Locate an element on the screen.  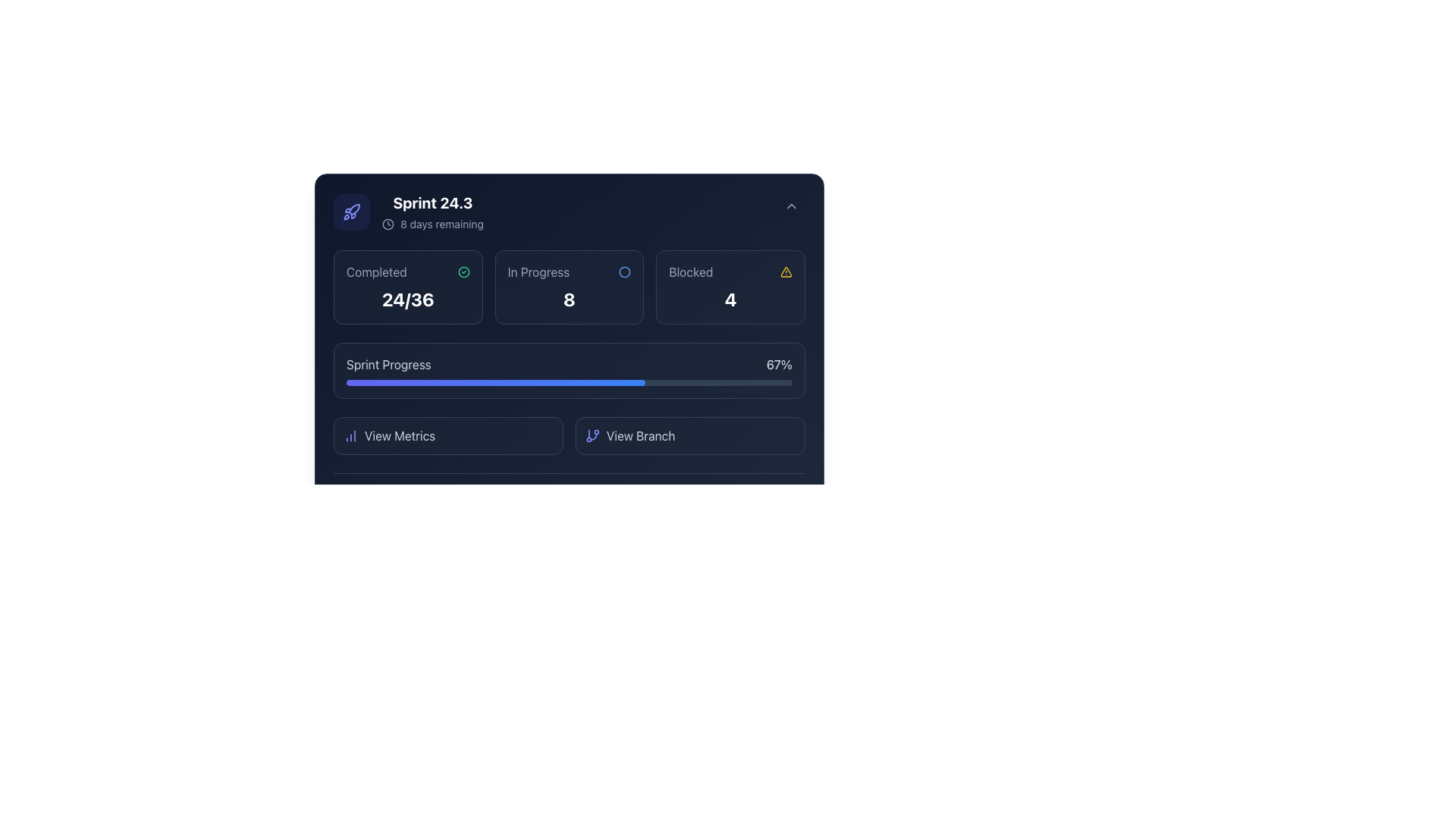
the small chevron icon button, styled as an upwards-pointing triangle, located in the top-right corner of the interface, above 'Sprint 24.3' and '8 days remaining', to change its background color is located at coordinates (790, 206).